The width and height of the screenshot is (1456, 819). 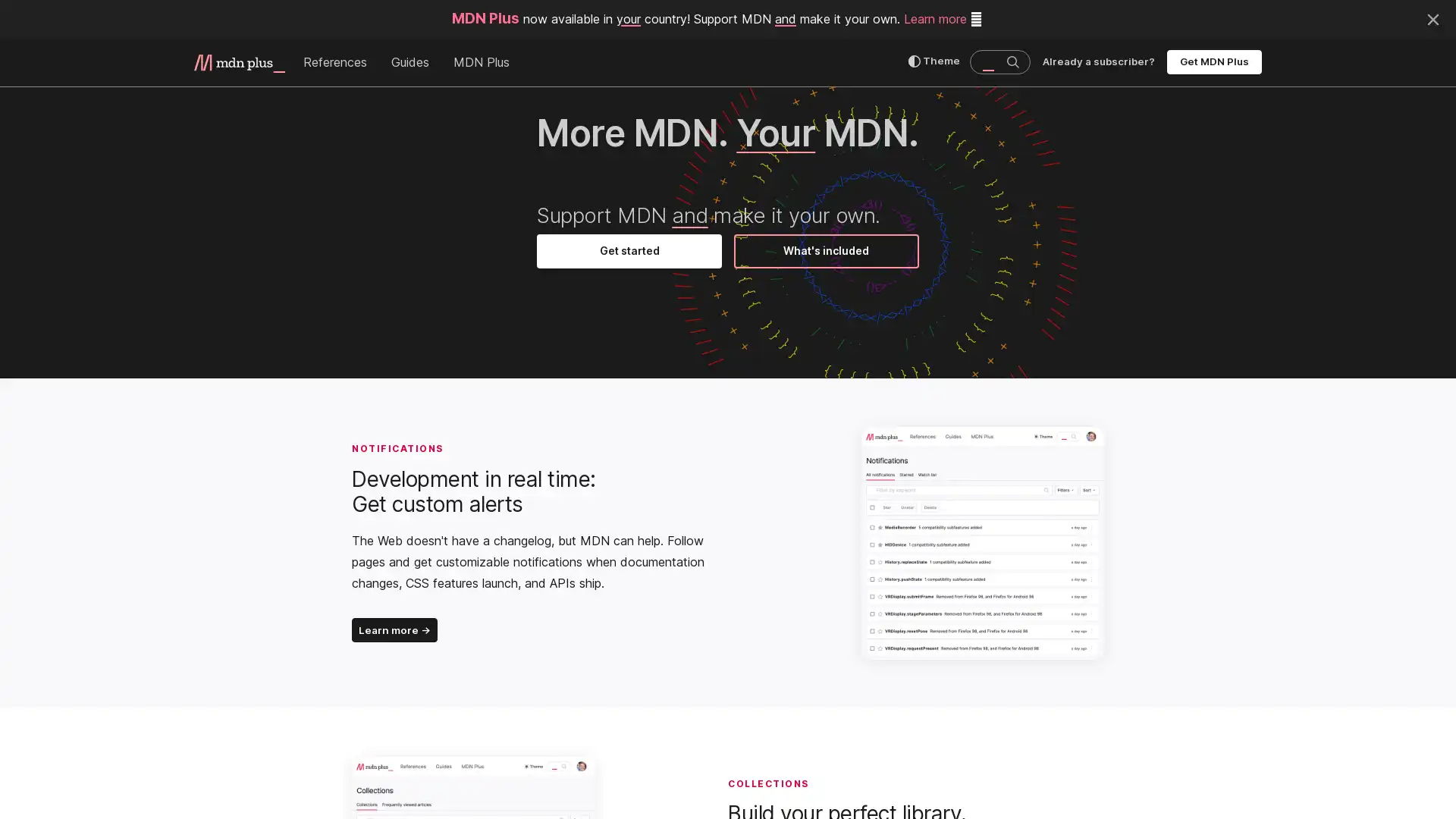 I want to click on SEARCH, so click(x=1012, y=61).